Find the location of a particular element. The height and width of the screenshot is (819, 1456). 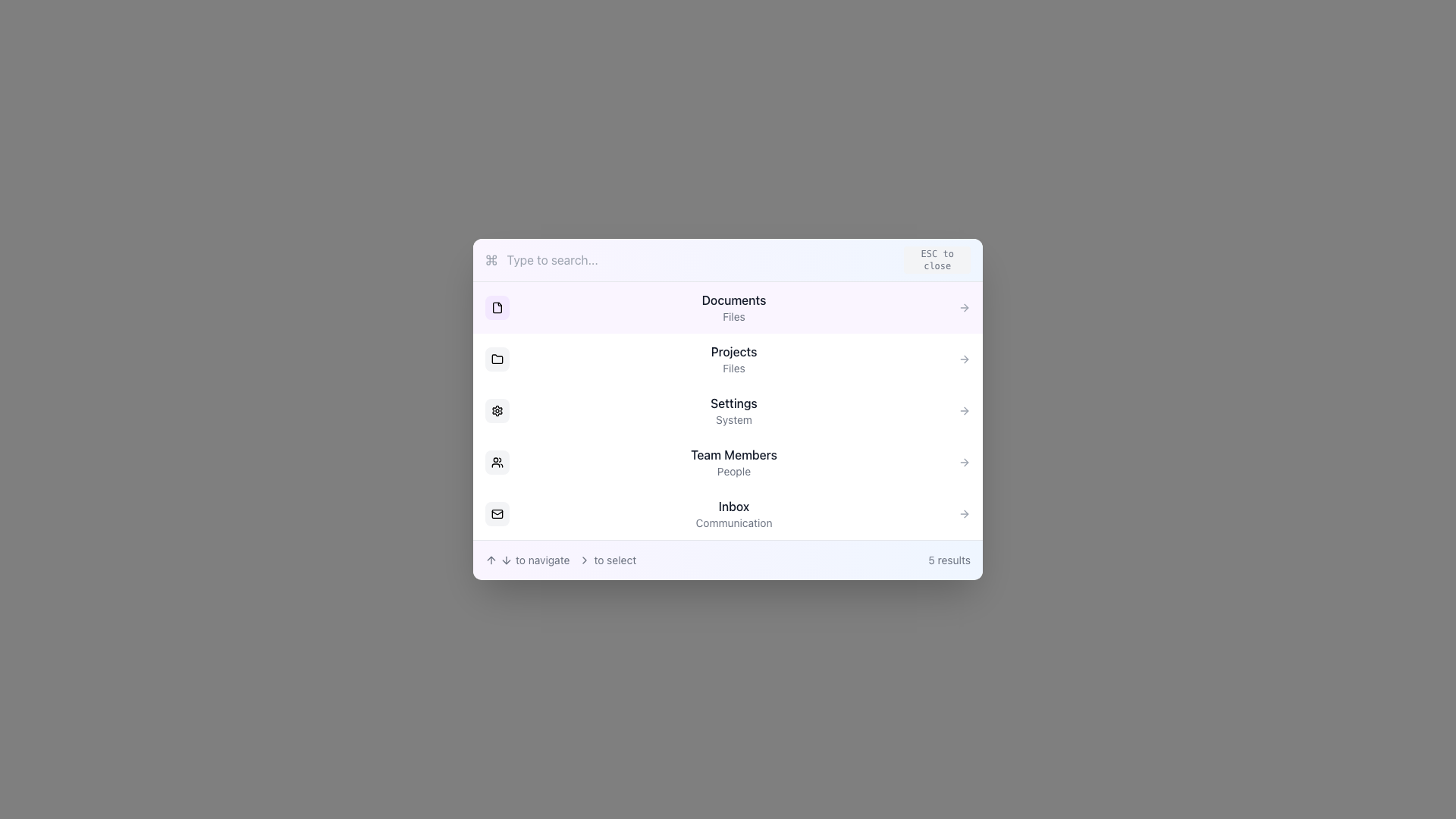

text label 'Documents' which is centrally aligned and styled with a medium font weight in dark gray, located above the 'Files' text in the first list item of the menu is located at coordinates (734, 300).